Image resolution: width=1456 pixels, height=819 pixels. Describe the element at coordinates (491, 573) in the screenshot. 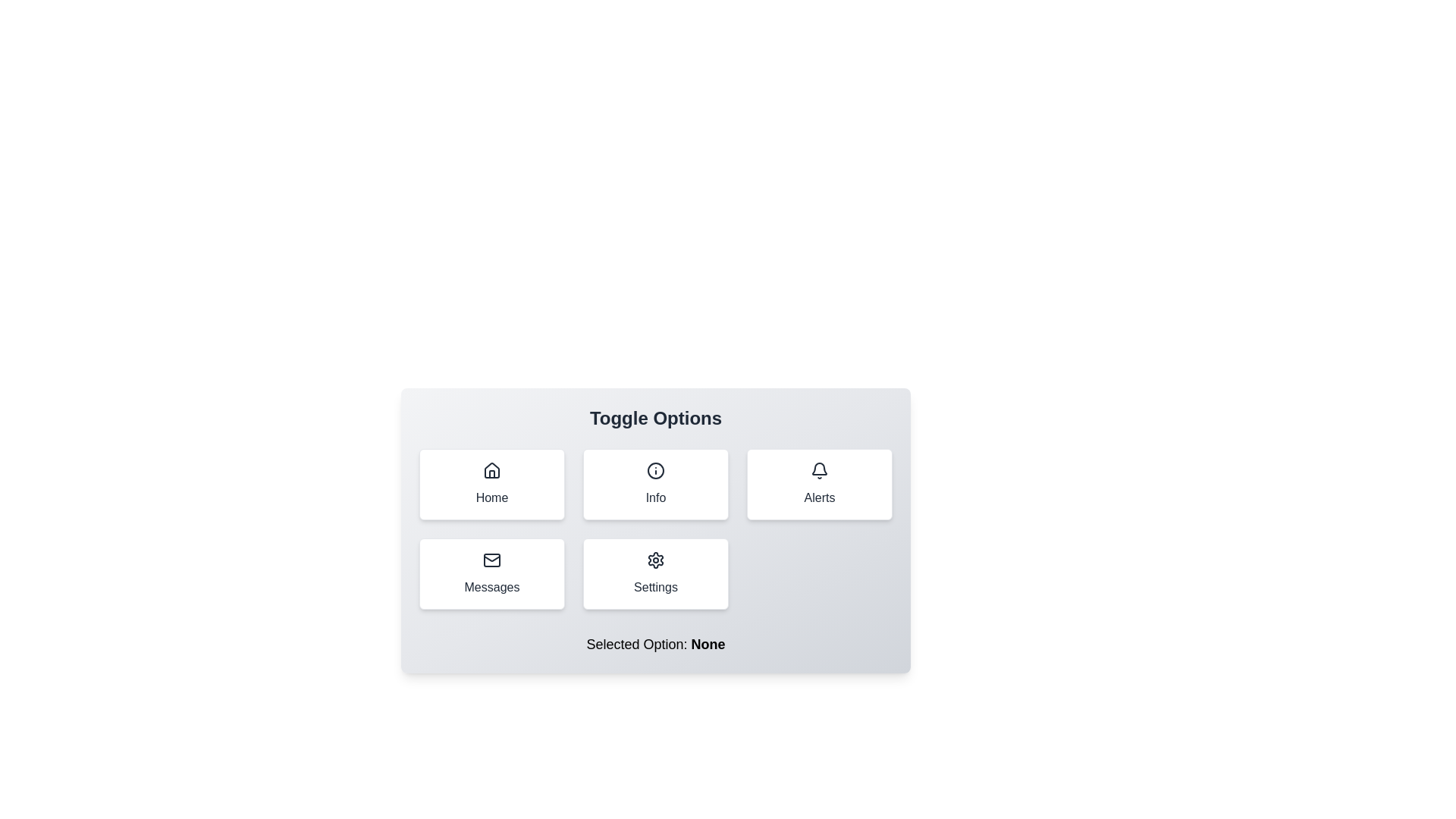

I see `the fourth tile button in the grid layout, which navigates to the 'Messages' section of the application` at that location.